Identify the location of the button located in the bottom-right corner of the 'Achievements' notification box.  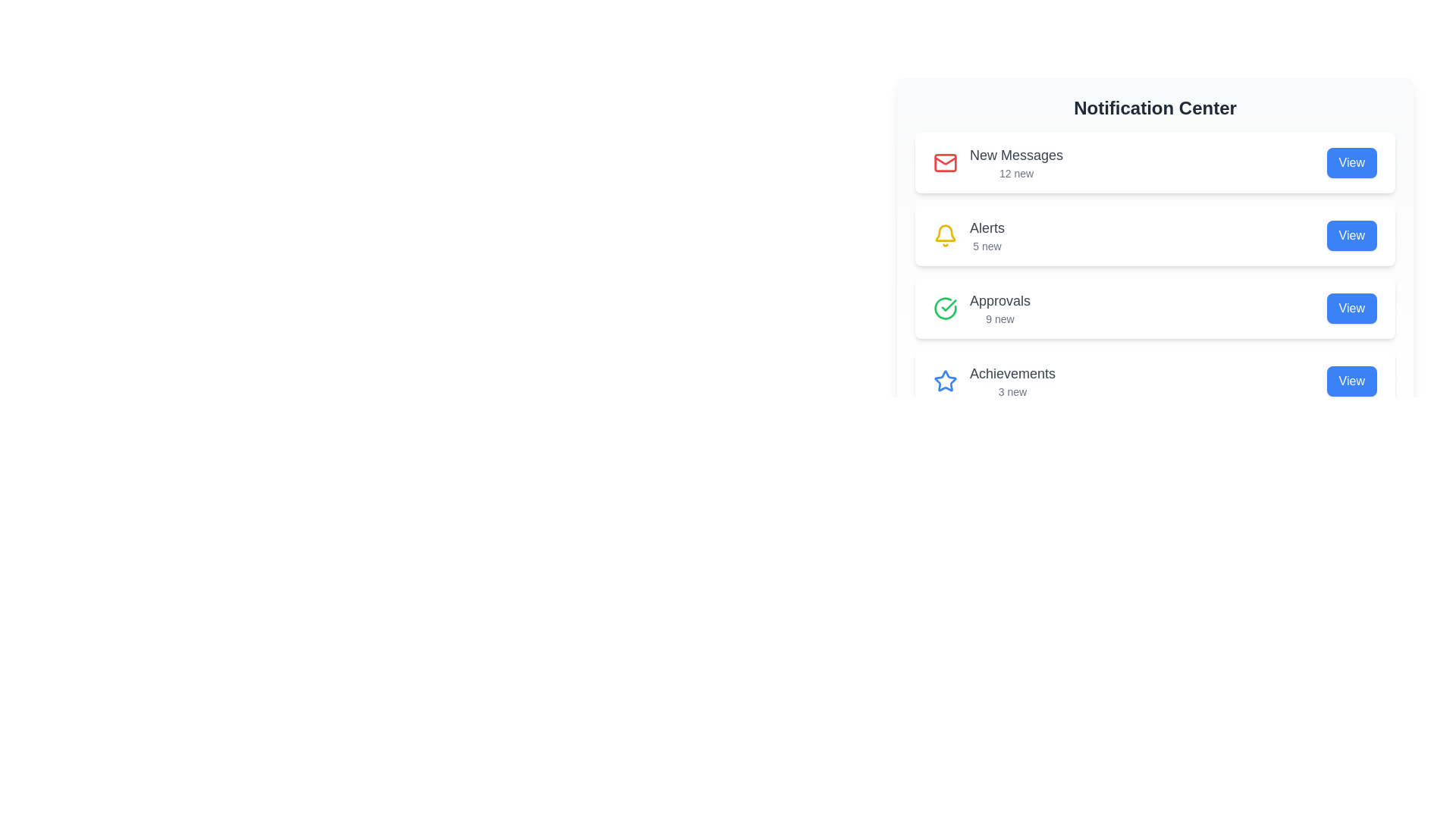
(1351, 380).